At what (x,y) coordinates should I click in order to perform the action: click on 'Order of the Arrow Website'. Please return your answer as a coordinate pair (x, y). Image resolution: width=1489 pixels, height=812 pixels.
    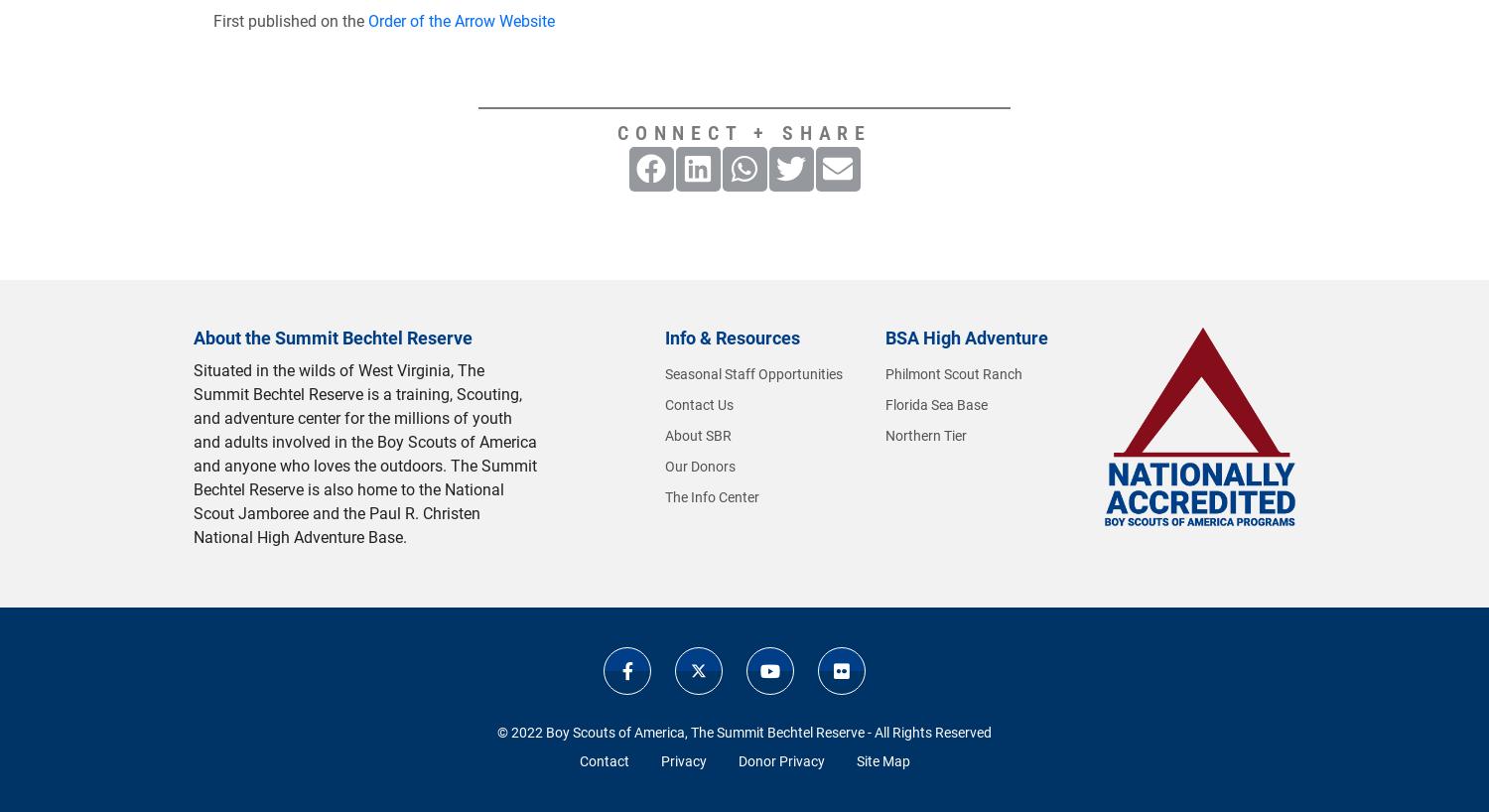
    Looking at the image, I should click on (459, 19).